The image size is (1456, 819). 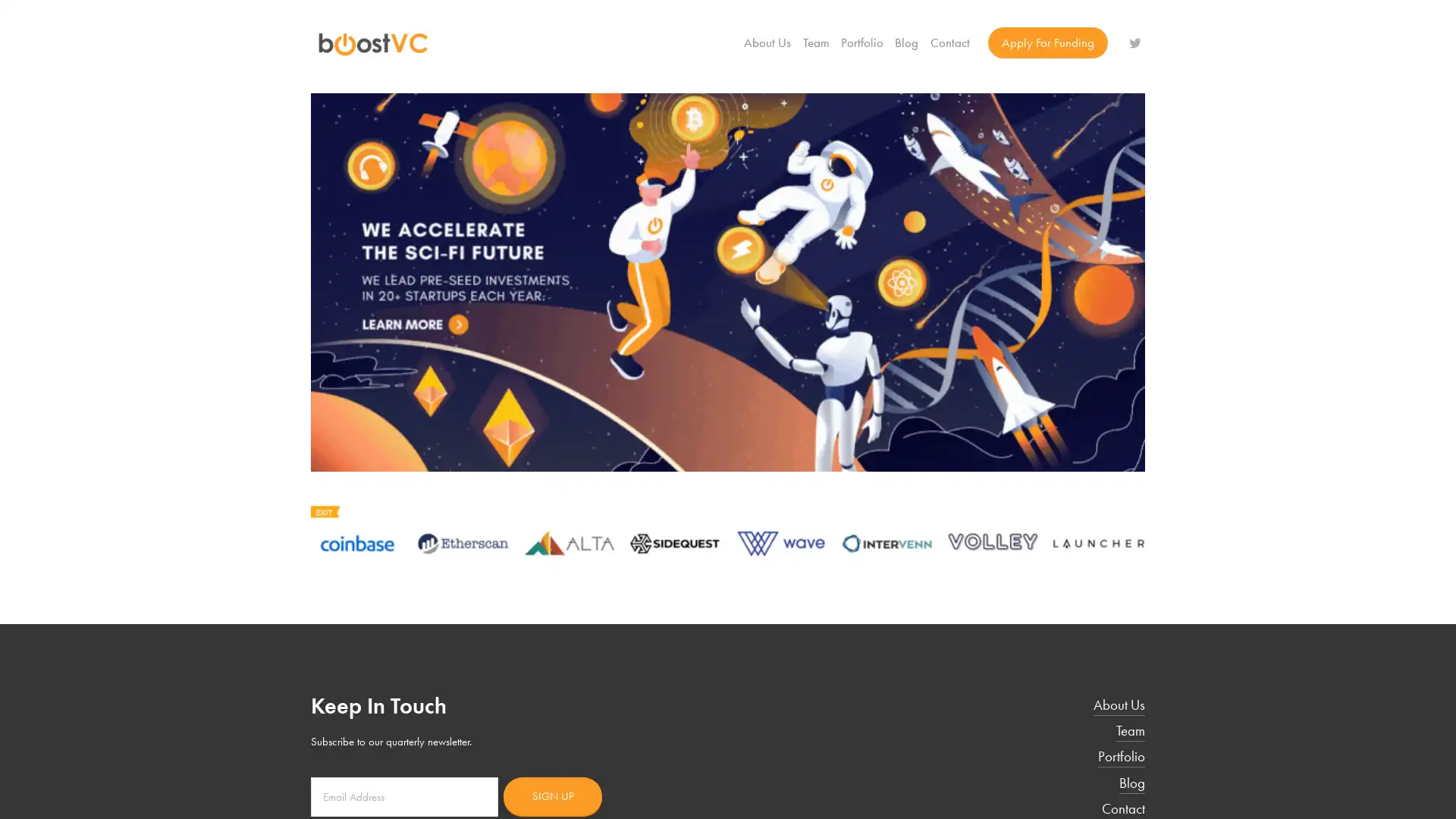 What do you see at coordinates (552, 795) in the screenshot?
I see `SIGN UP` at bounding box center [552, 795].